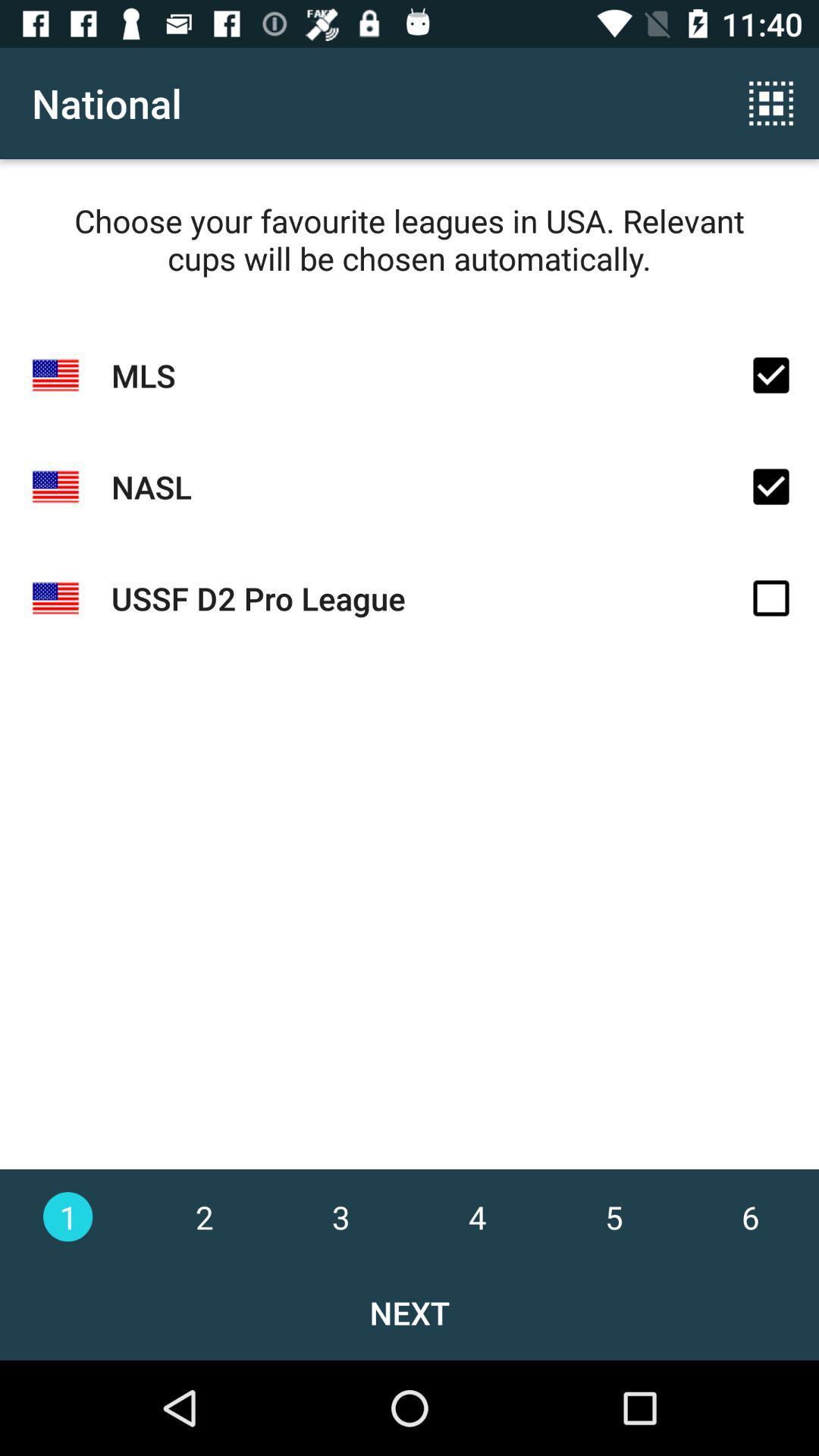 The image size is (819, 1456). Describe the element at coordinates (55, 598) in the screenshot. I see `the third flag icon from top` at that location.